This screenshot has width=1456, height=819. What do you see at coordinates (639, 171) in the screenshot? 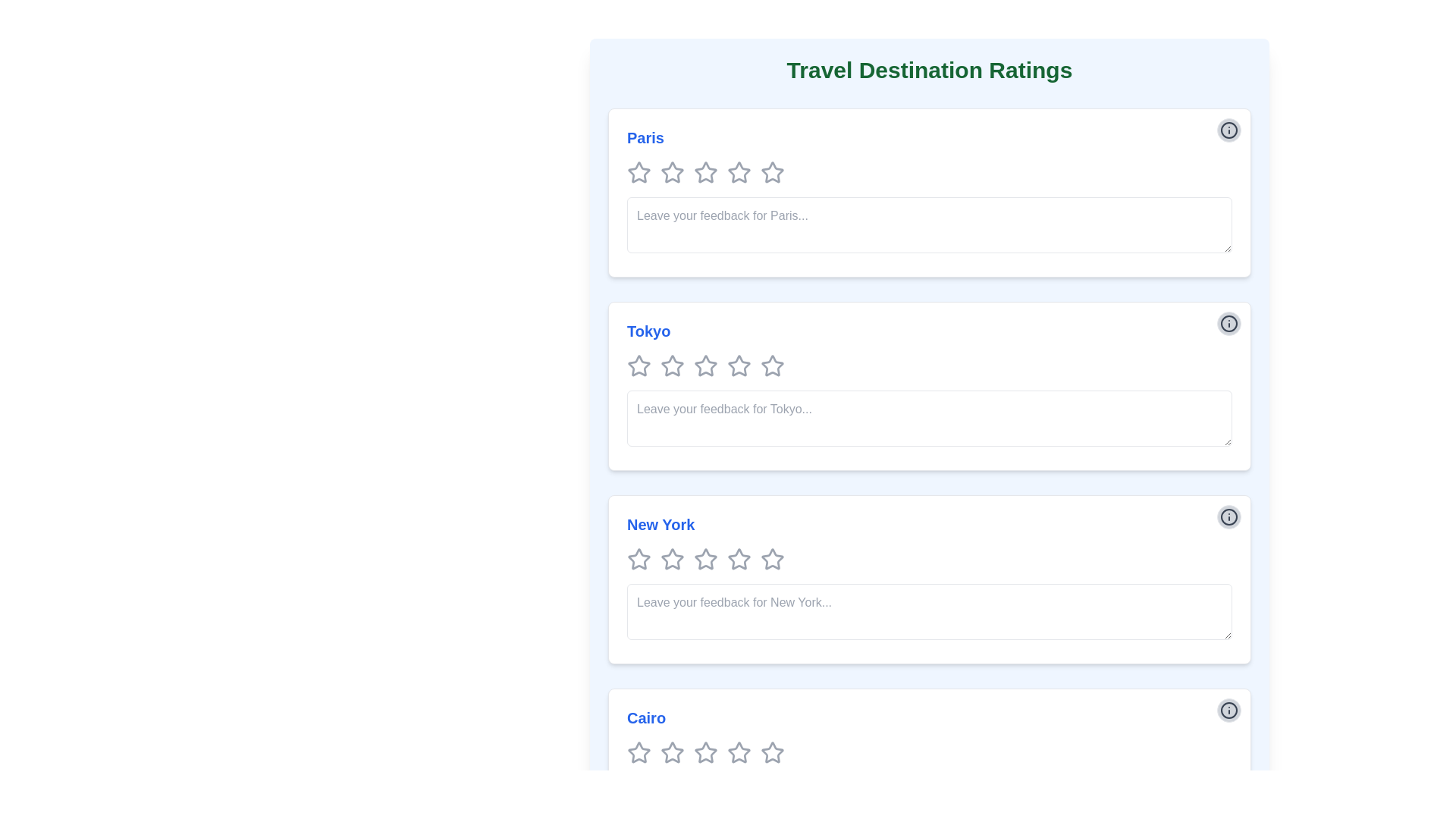
I see `the first star rating icon for the 'Paris' travel destination` at bounding box center [639, 171].